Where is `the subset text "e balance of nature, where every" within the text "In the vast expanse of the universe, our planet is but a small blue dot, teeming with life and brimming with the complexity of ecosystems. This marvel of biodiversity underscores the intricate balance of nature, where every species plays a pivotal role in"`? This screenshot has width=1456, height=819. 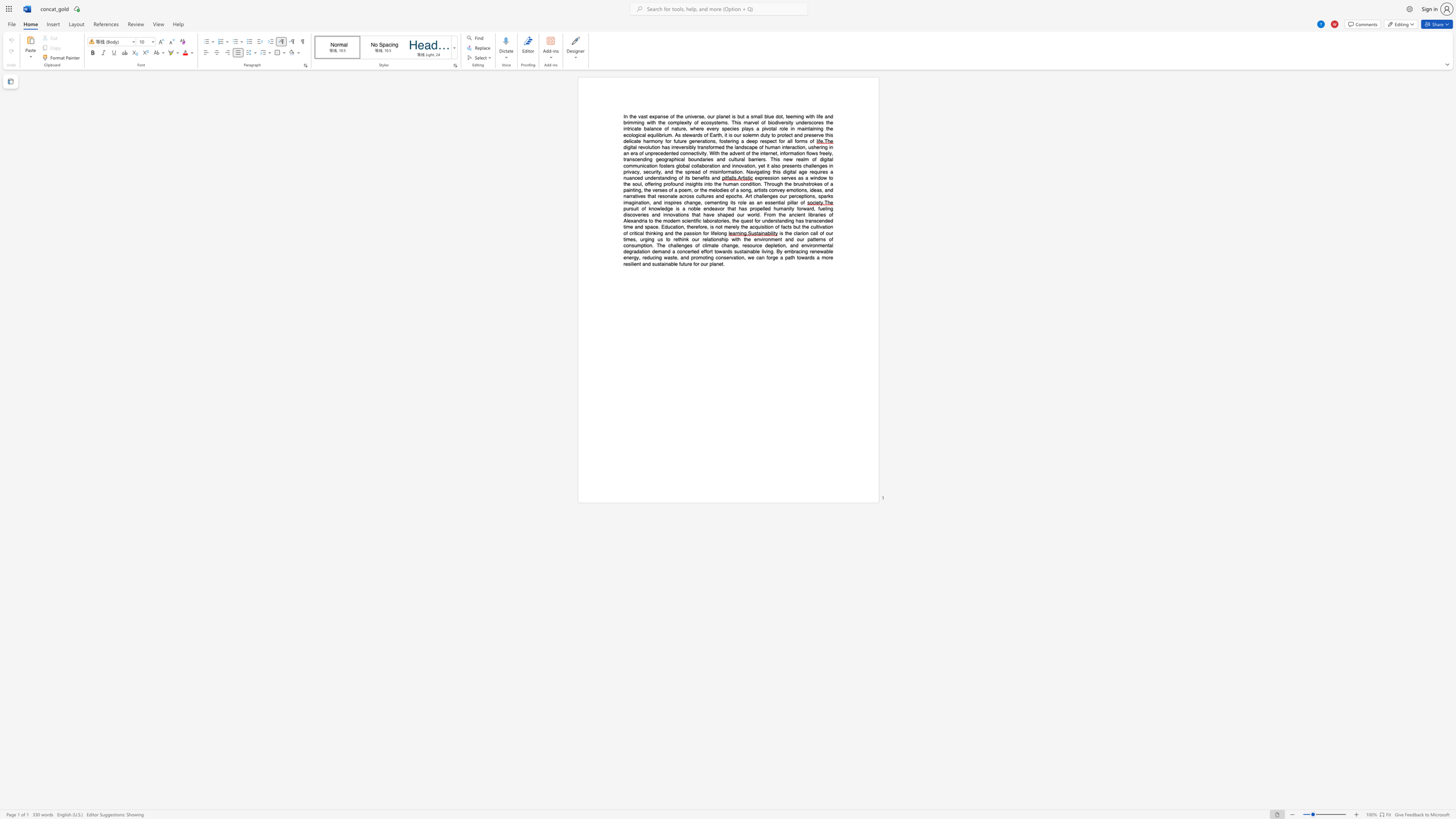
the subset text "e balance of nature, where every" within the text "In the vast expanse of the universe, our planet is but a small blue dot, teeming with life and brimming with the complexity of ecosystems. This marvel of biodiversity underscores the intricate balance of nature, where every species plays a pivotal role in" is located at coordinates (638, 128).